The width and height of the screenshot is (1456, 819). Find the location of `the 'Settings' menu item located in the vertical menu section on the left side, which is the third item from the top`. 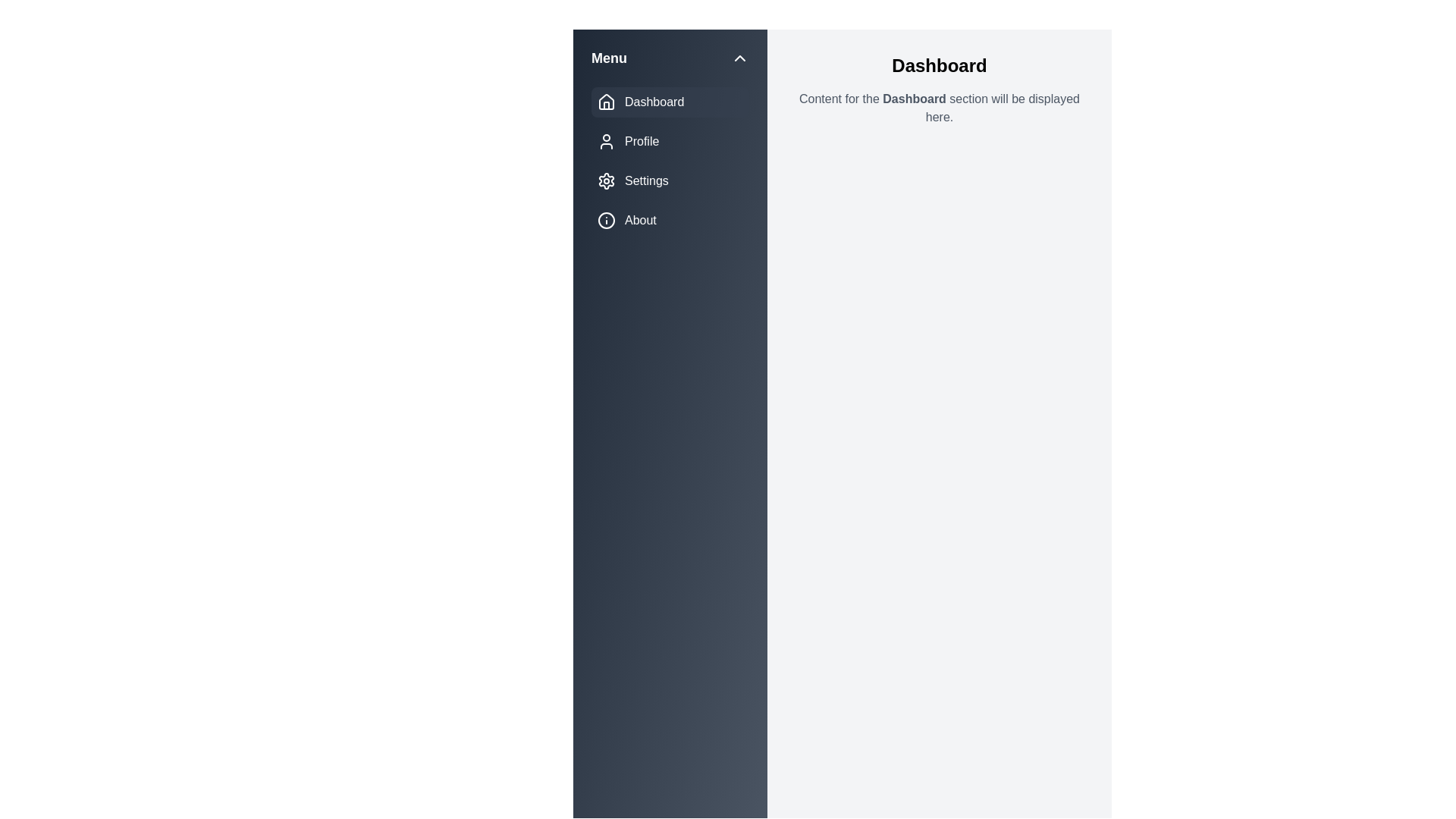

the 'Settings' menu item located in the vertical menu section on the left side, which is the third item from the top is located at coordinates (669, 180).